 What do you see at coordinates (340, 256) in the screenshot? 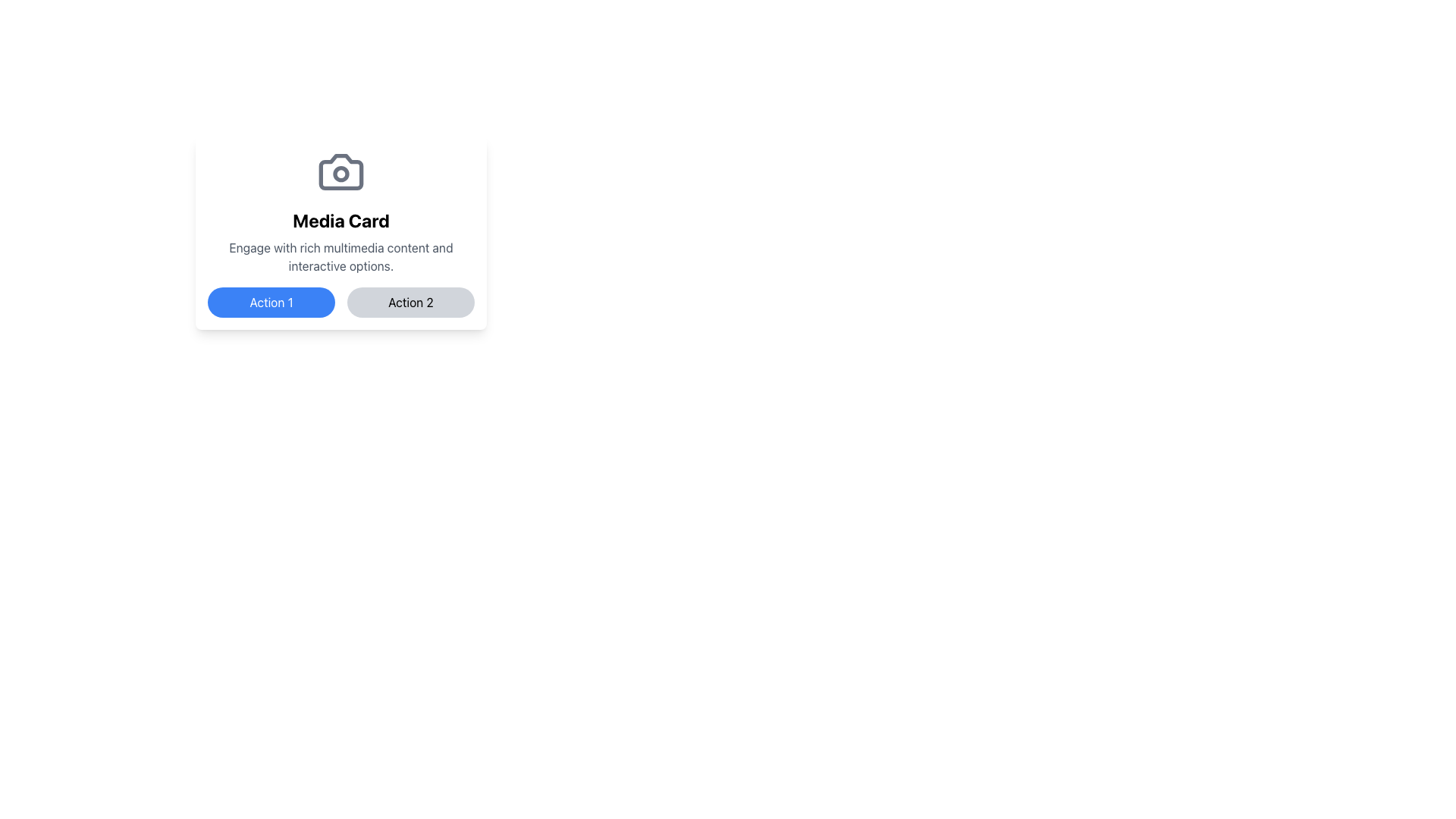
I see `text block that contains the sentence 'Engage with rich multimedia content and interactive options.', which is styled in gray and centered below the 'Media Card' header` at bounding box center [340, 256].